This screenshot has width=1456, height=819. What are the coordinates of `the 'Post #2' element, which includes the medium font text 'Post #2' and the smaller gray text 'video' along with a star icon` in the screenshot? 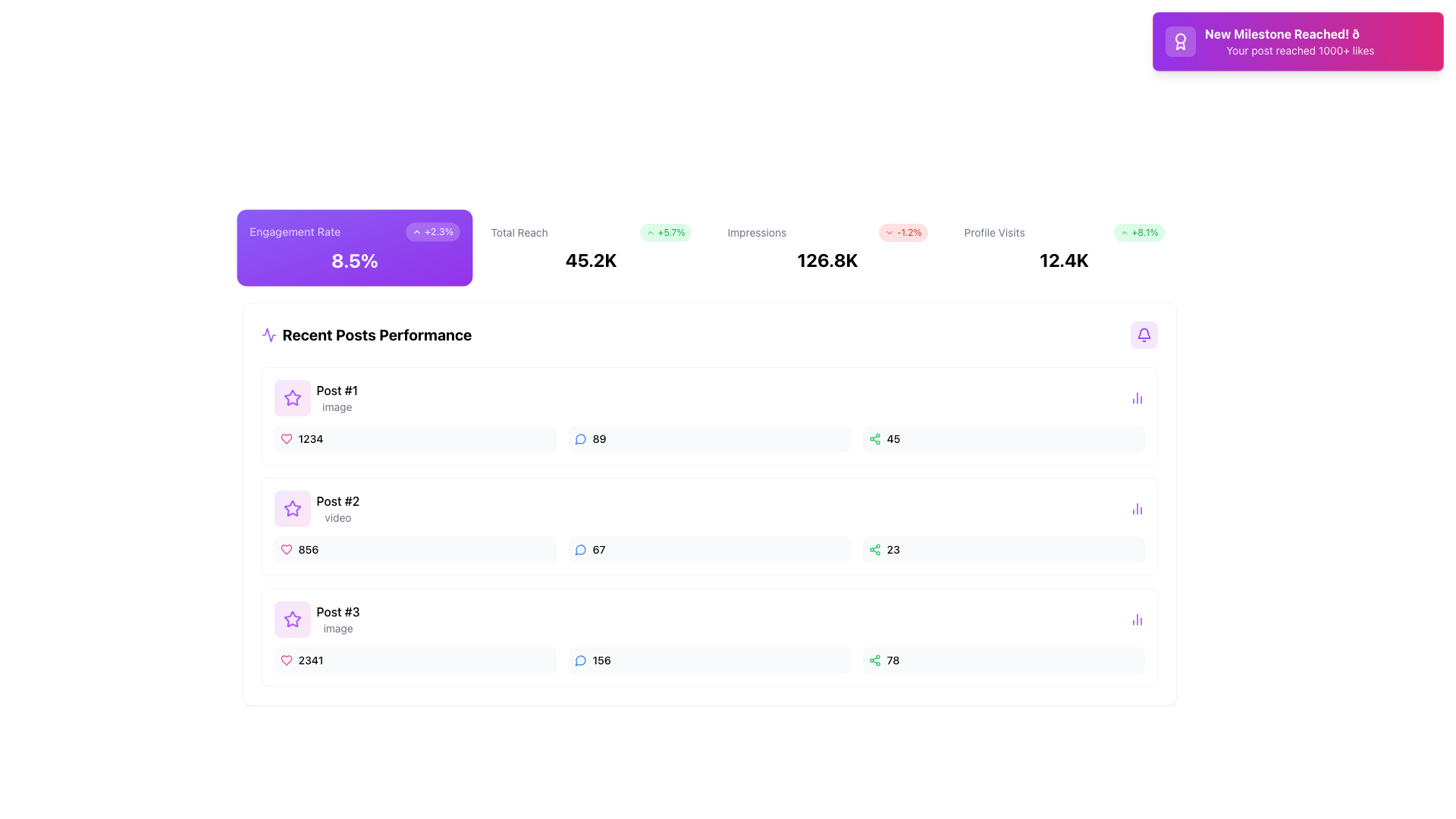 It's located at (315, 509).